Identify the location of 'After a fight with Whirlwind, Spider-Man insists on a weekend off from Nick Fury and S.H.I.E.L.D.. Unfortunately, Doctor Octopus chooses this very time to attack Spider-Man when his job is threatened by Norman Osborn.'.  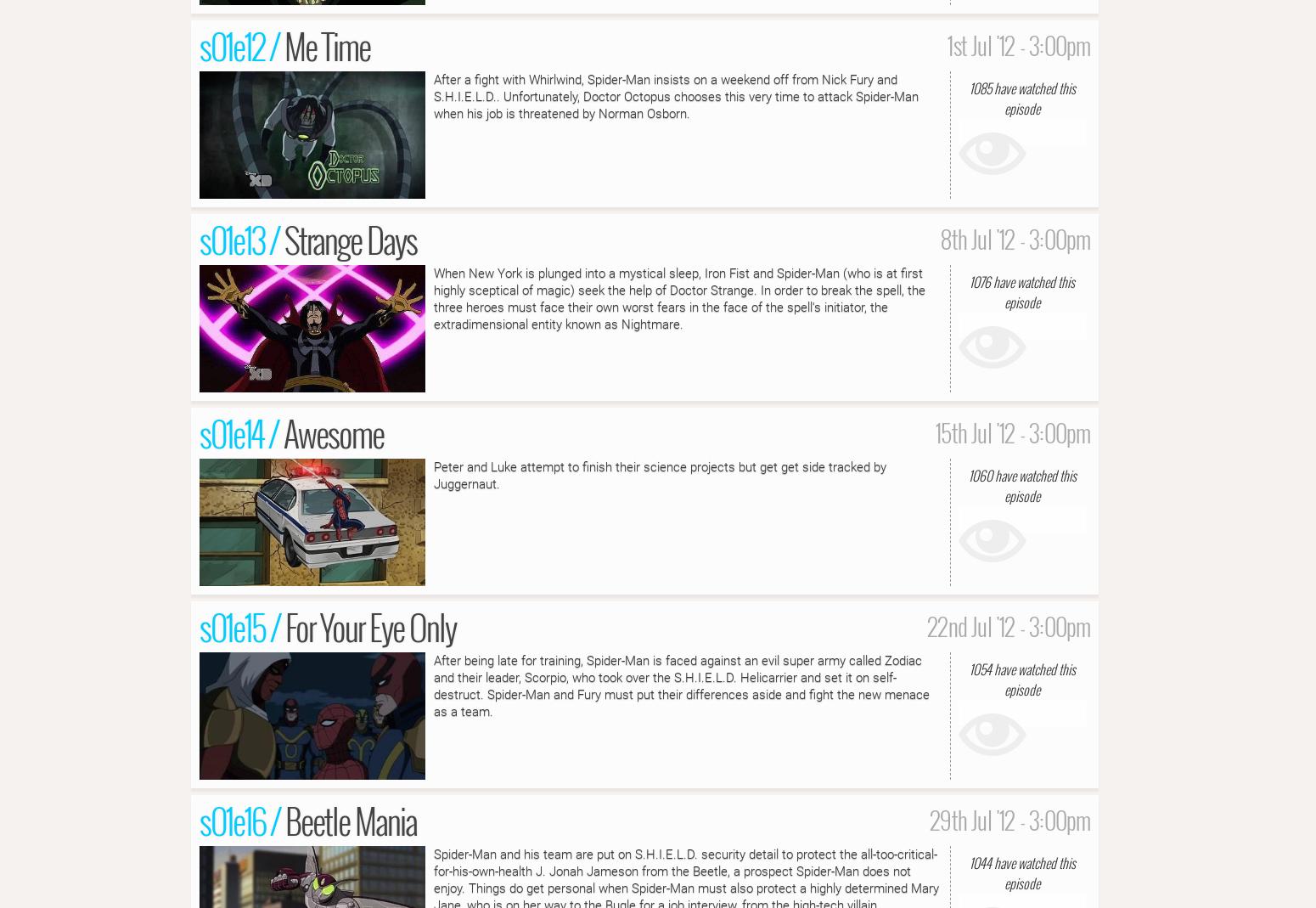
(675, 95).